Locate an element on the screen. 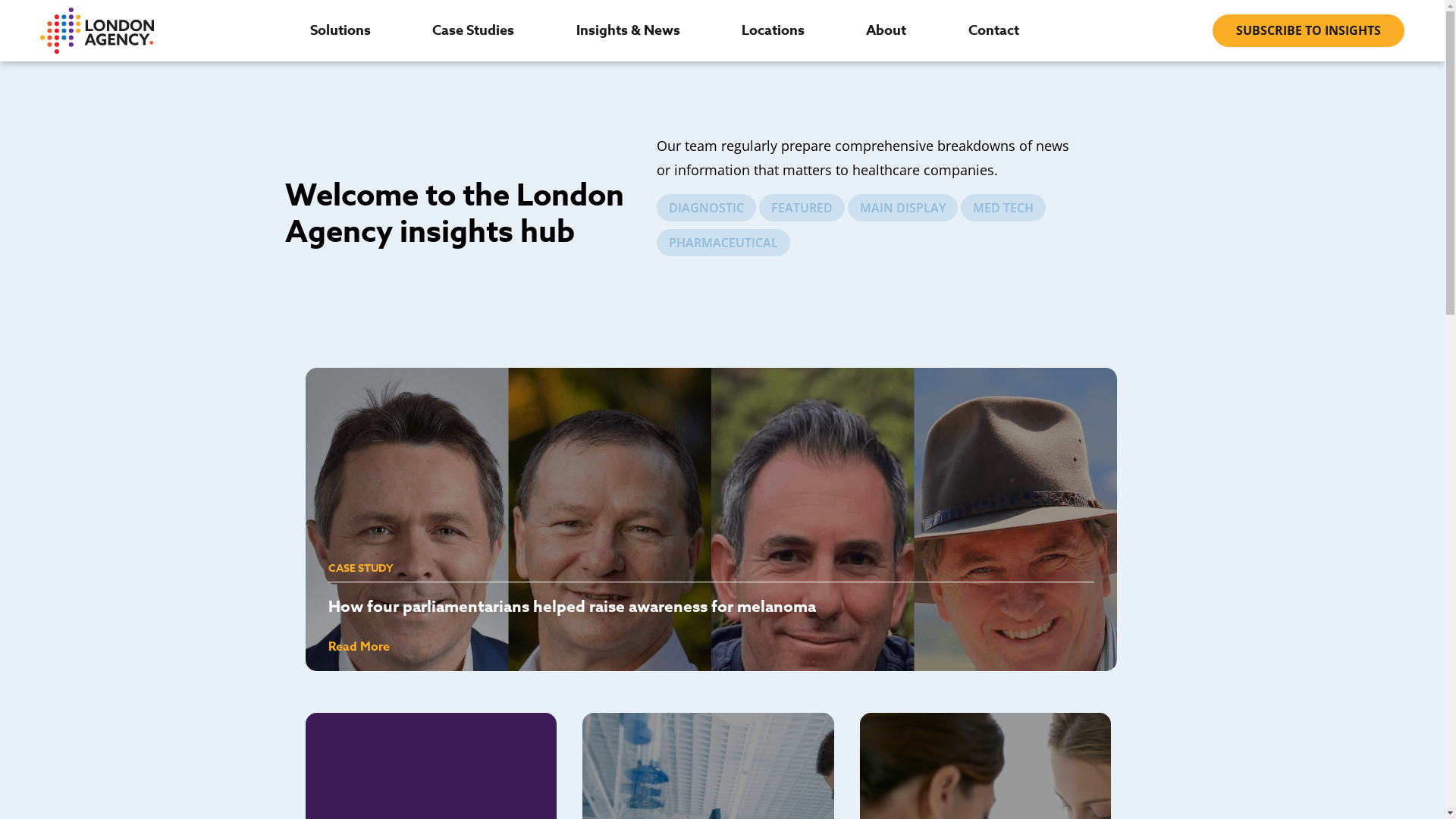 The image size is (1456, 819). 'MED TECH' is located at coordinates (960, 207).